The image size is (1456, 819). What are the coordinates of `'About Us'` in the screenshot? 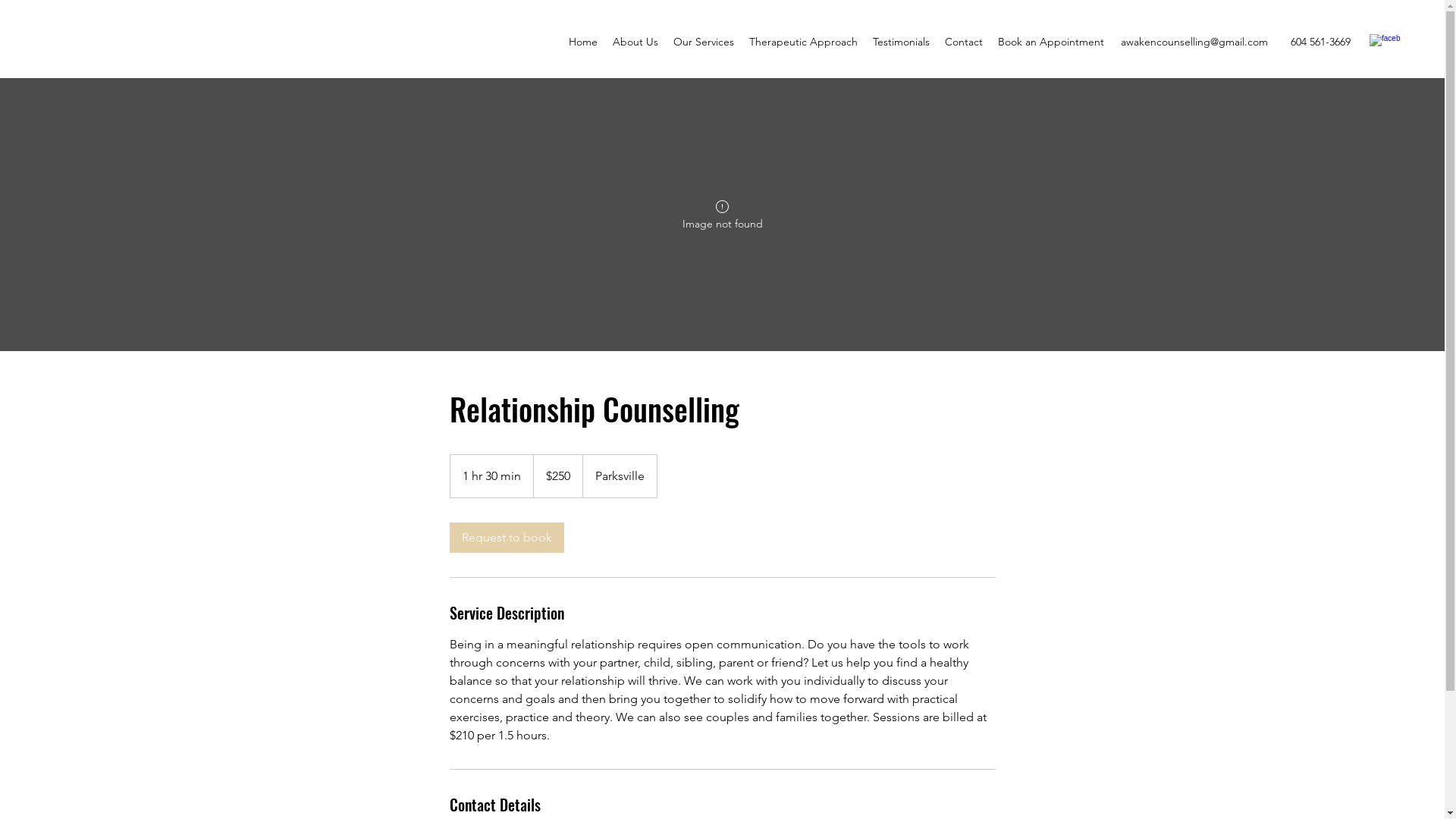 It's located at (635, 40).